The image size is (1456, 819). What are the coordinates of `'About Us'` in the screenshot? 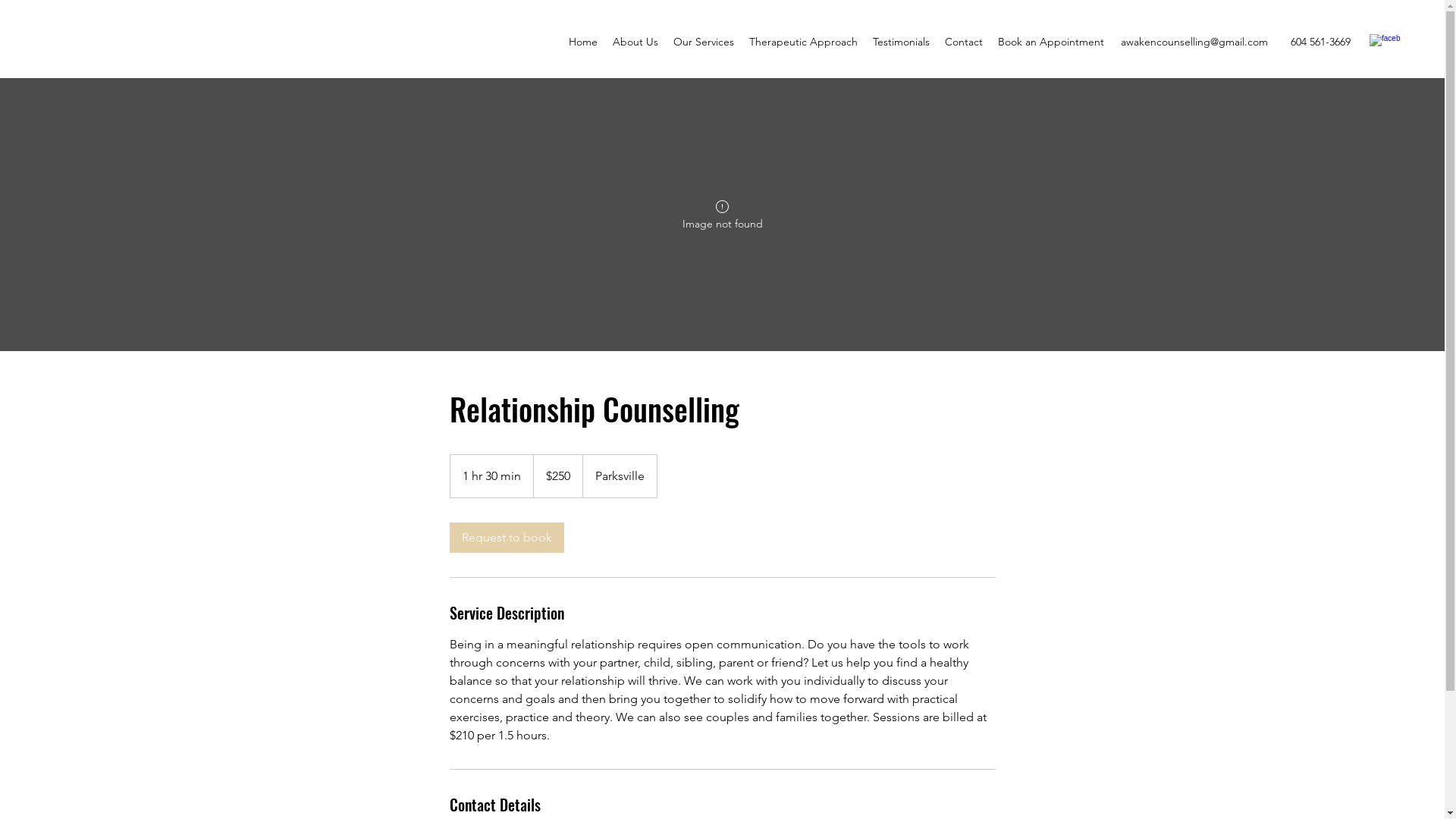 It's located at (635, 40).